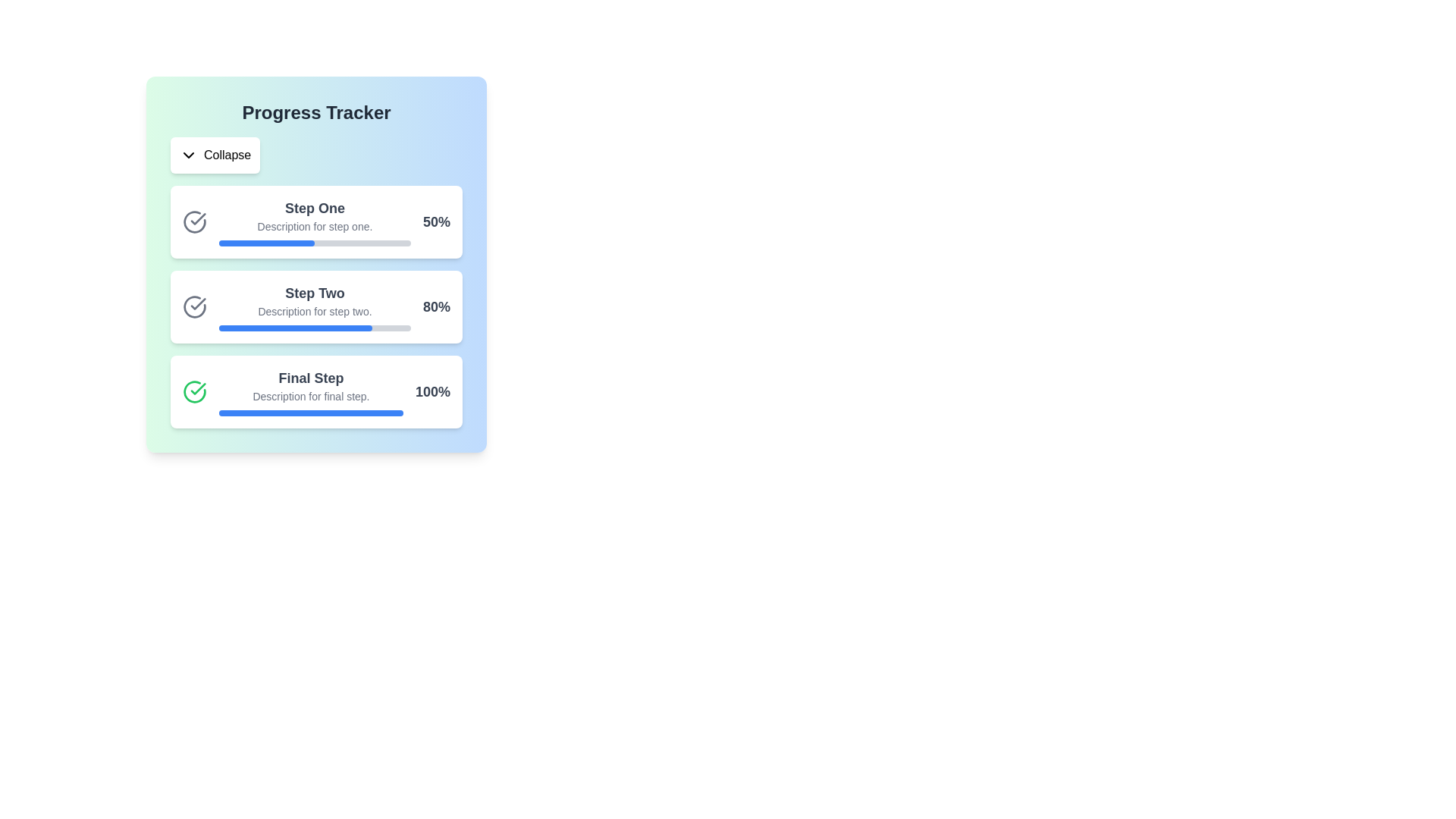 This screenshot has height=819, width=1456. Describe the element at coordinates (267, 242) in the screenshot. I see `the blue progress bar segment located beneath the 'Step One' heading in the progress tracker interface` at that location.